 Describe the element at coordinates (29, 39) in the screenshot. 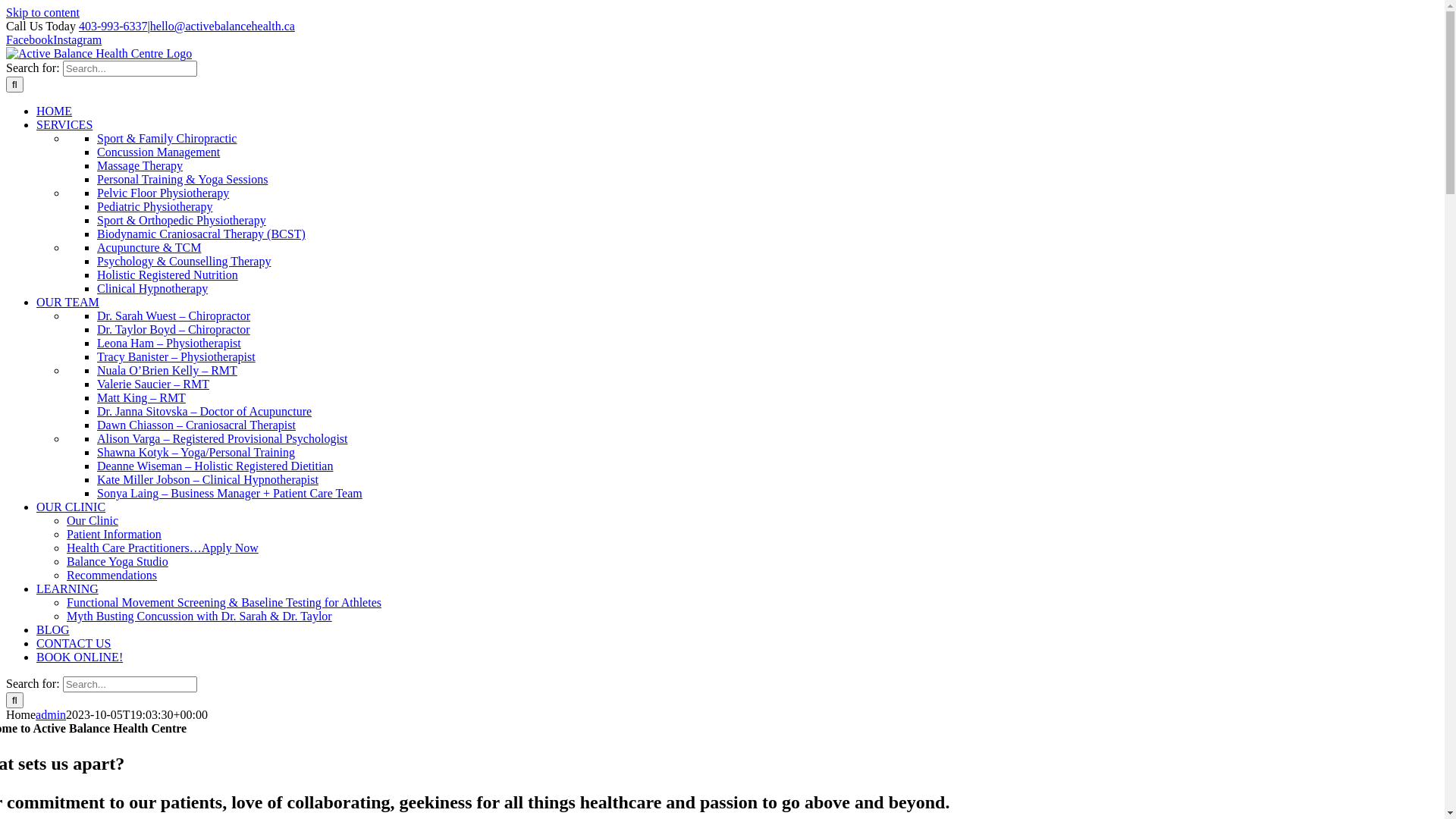

I see `'Facebook'` at that location.